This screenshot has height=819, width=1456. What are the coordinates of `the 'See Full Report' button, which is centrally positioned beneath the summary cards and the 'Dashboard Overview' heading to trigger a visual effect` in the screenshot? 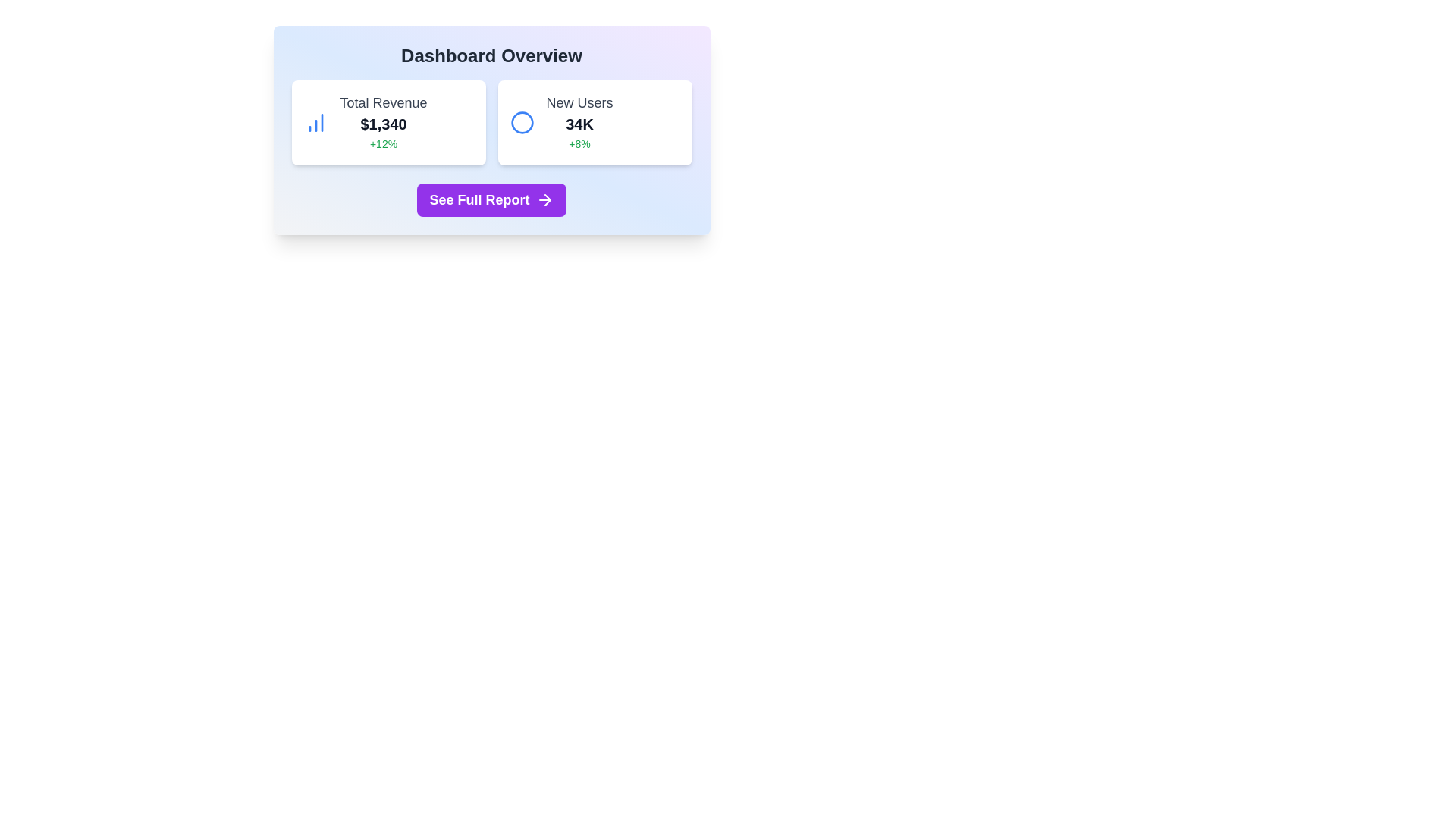 It's located at (491, 199).